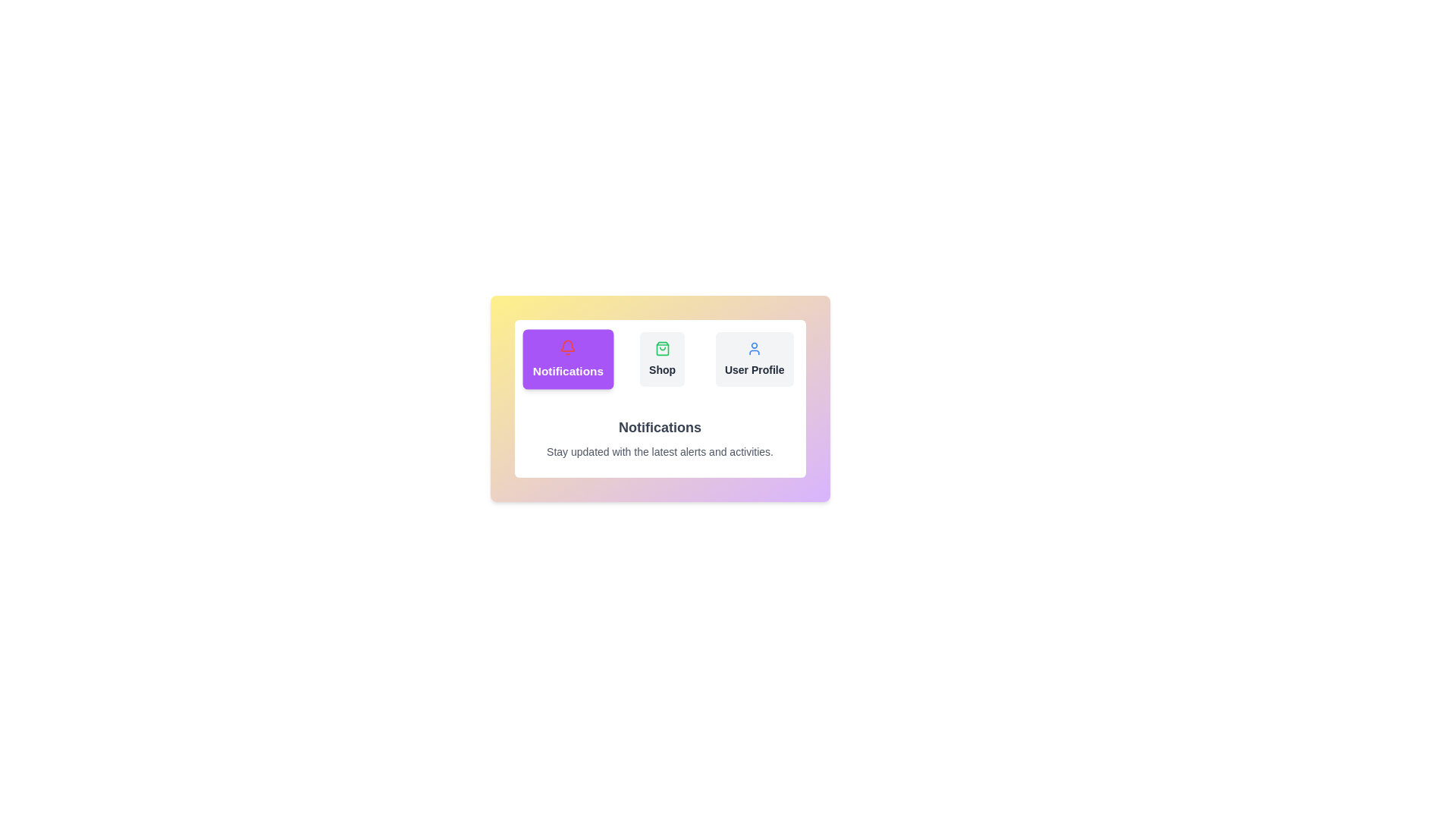 The width and height of the screenshot is (1456, 819). Describe the element at coordinates (566, 359) in the screenshot. I see `the tab labeled Notifications to switch the active content` at that location.